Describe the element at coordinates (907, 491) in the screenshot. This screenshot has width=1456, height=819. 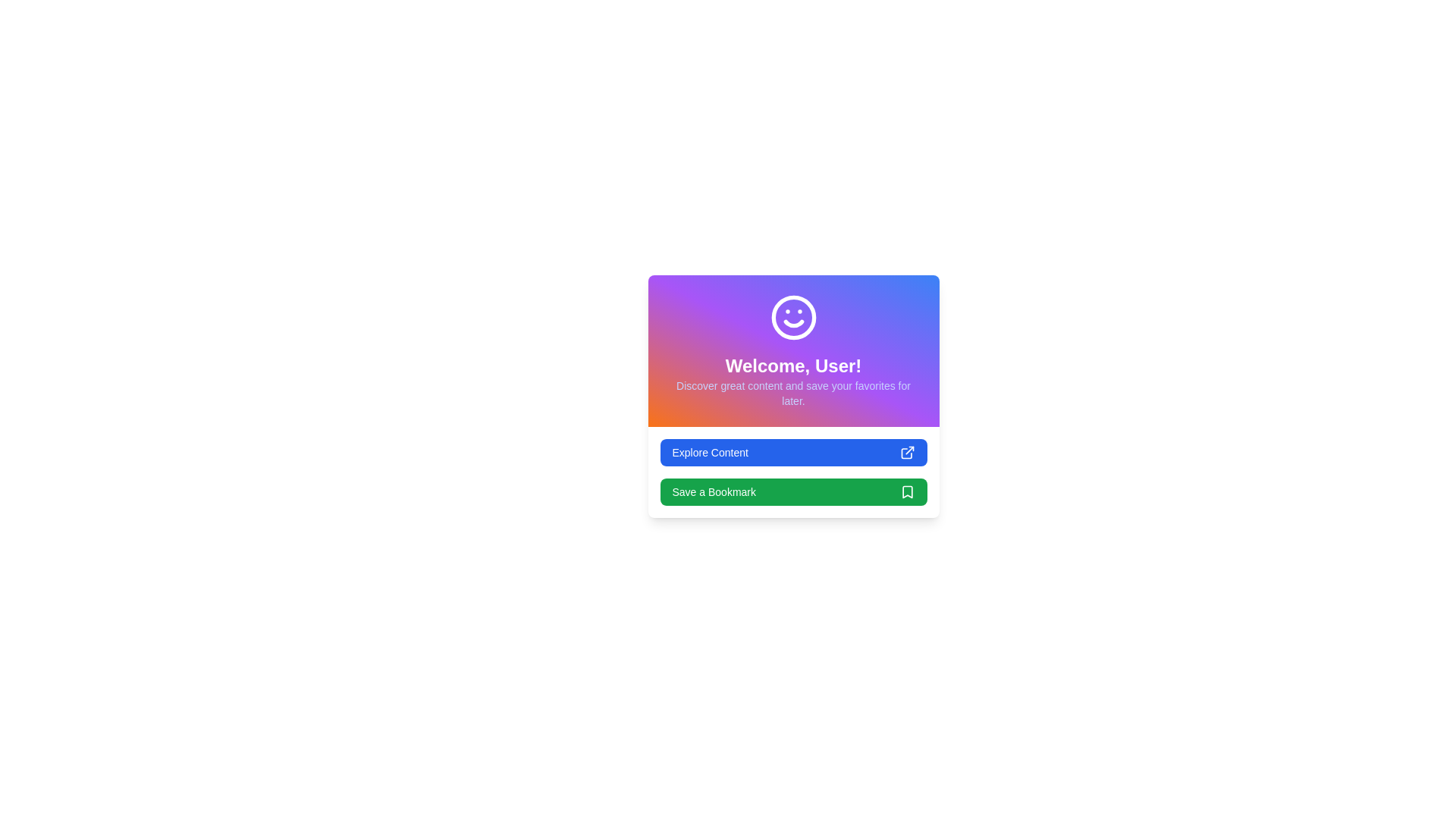
I see `the bookmark icon, which is an outline style graphic resembling a ribbon, located on the right side of the green 'Save a Bookmark' button` at that location.